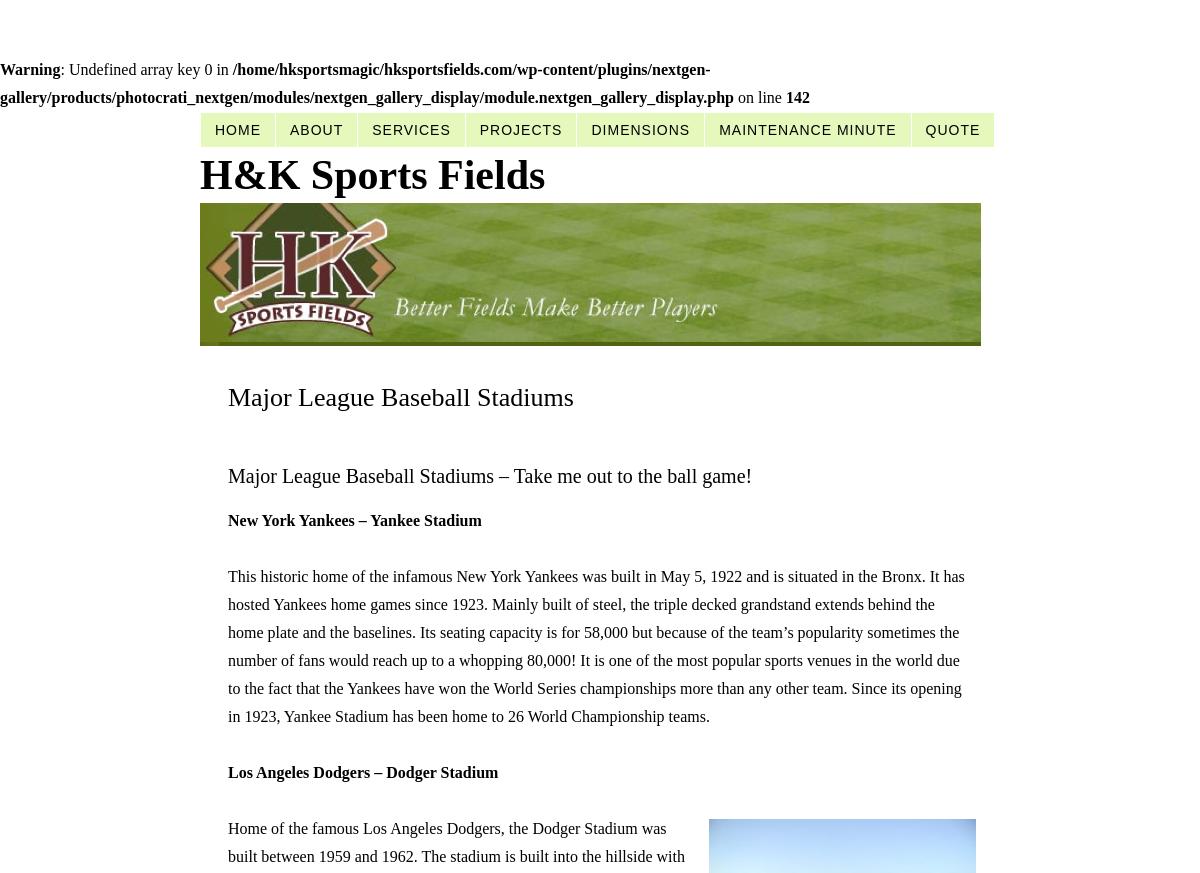  Describe the element at coordinates (227, 646) in the screenshot. I see `'This historic home of the infamous New York Yankees was built in May 5, 1922 and is situated in the Bronx.  It has hosted Yankees home games since 1923.  Mainly built of steel, the triple decked grandstand extends behind the home plate and the baselines.  Its seating capacity is for 58,000 but because of the team’s popularity sometimes the number of fans would reach up to a whopping 80,000!  It is one of the most popular sports venues in the world due to the fact that the Yankees have won the World Series championships more than any other team.  Since its opening in 1923, Yankee Stadium has been home to 26 World Championship teams.'` at that location.